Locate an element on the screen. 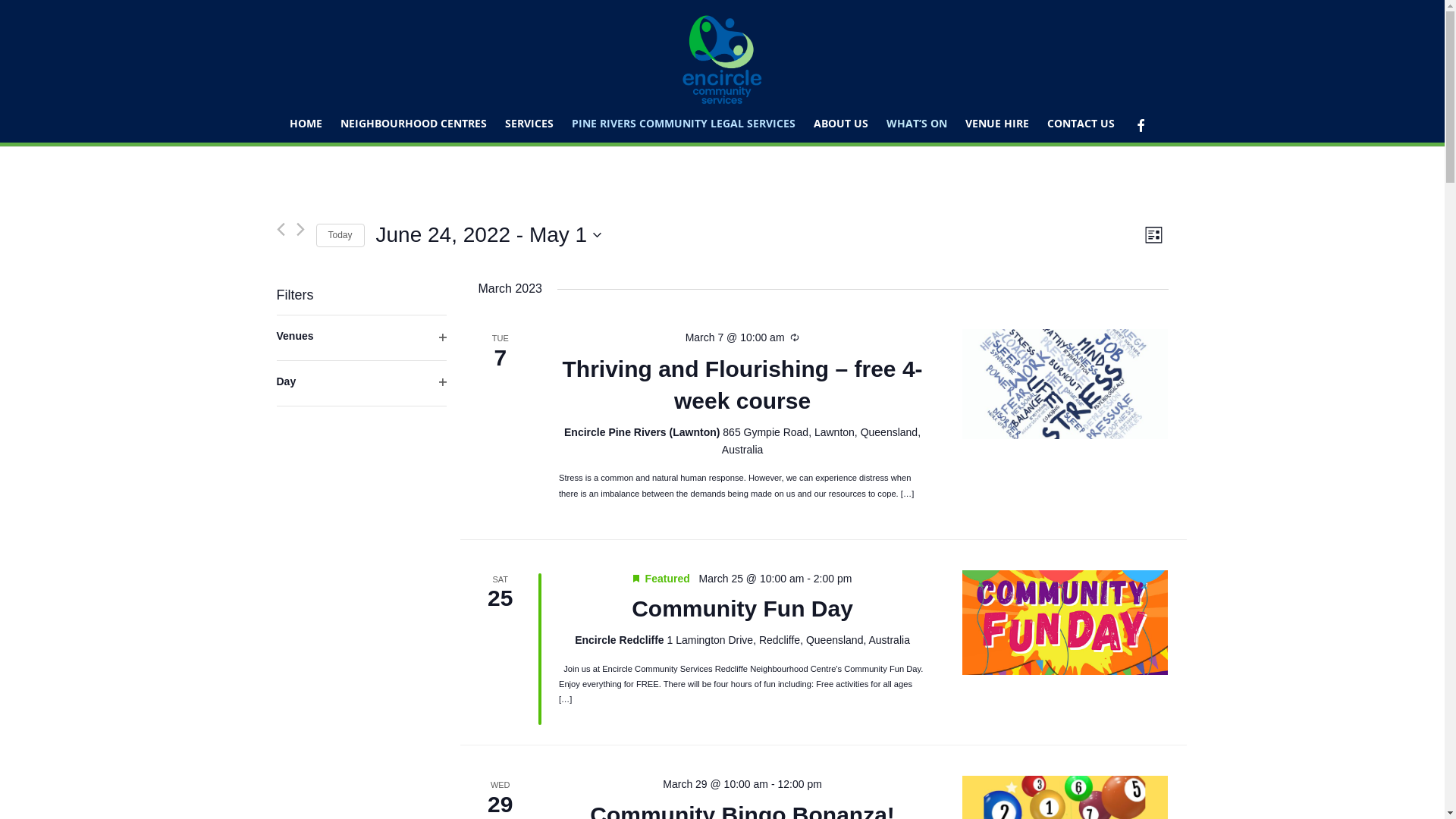 Image resolution: width=1456 pixels, height=819 pixels. 'VENUE HIRE' is located at coordinates (996, 122).